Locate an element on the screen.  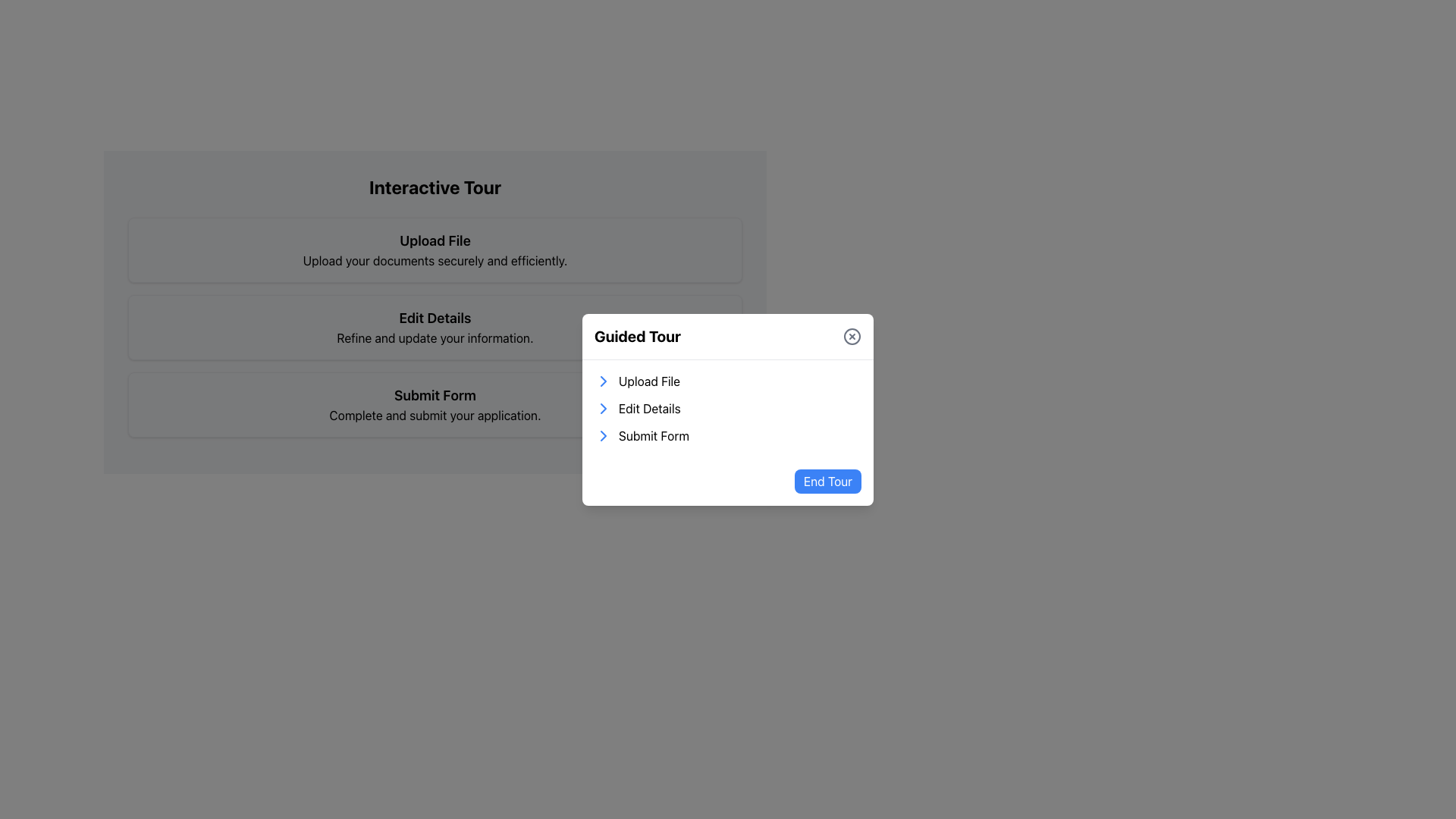
the informational section titled 'Submit Form' that contains the description 'Complete and submit your application.' is located at coordinates (435, 403).